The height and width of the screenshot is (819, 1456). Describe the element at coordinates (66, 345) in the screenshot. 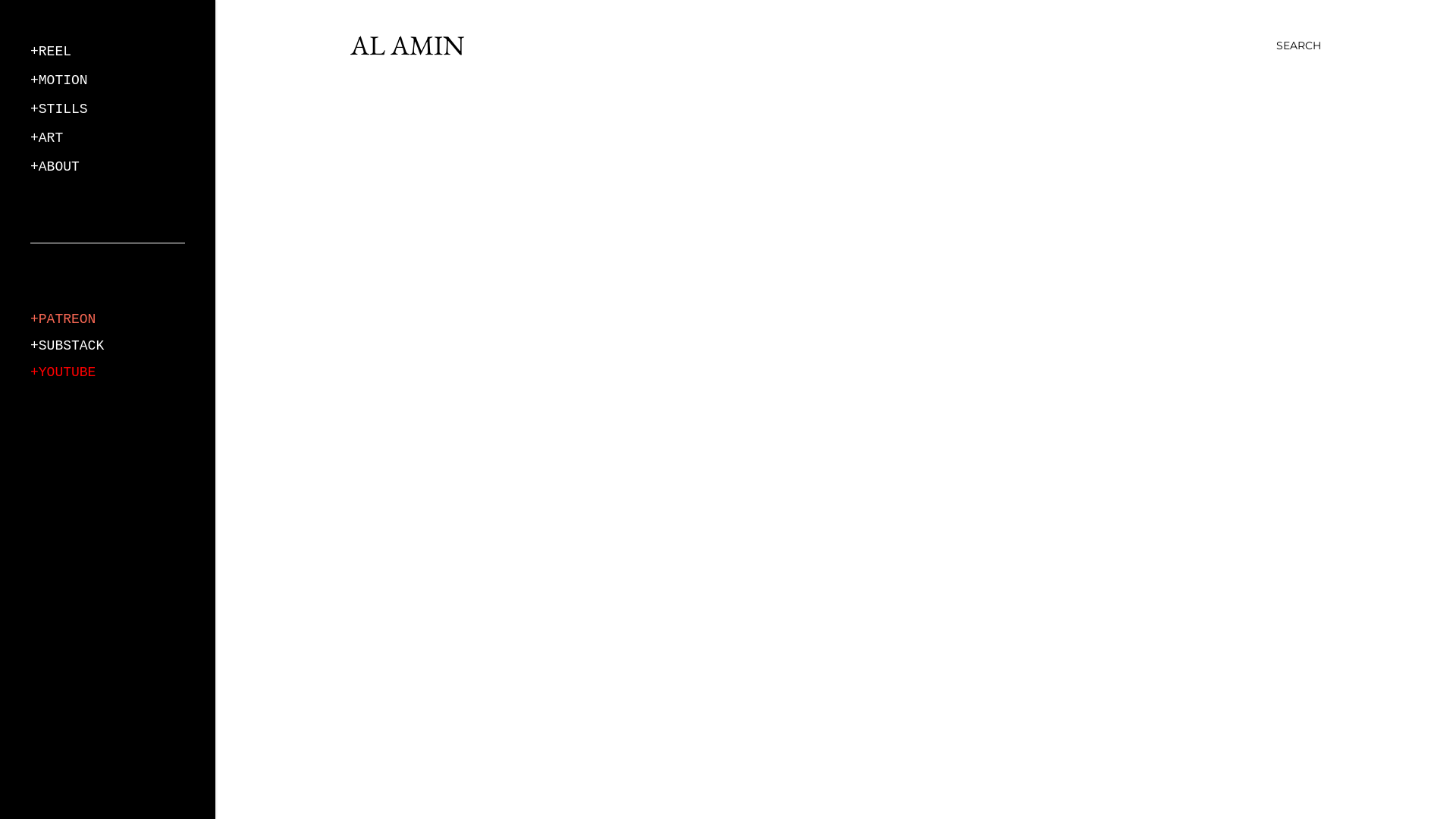

I see `'+SUBSTACK'` at that location.